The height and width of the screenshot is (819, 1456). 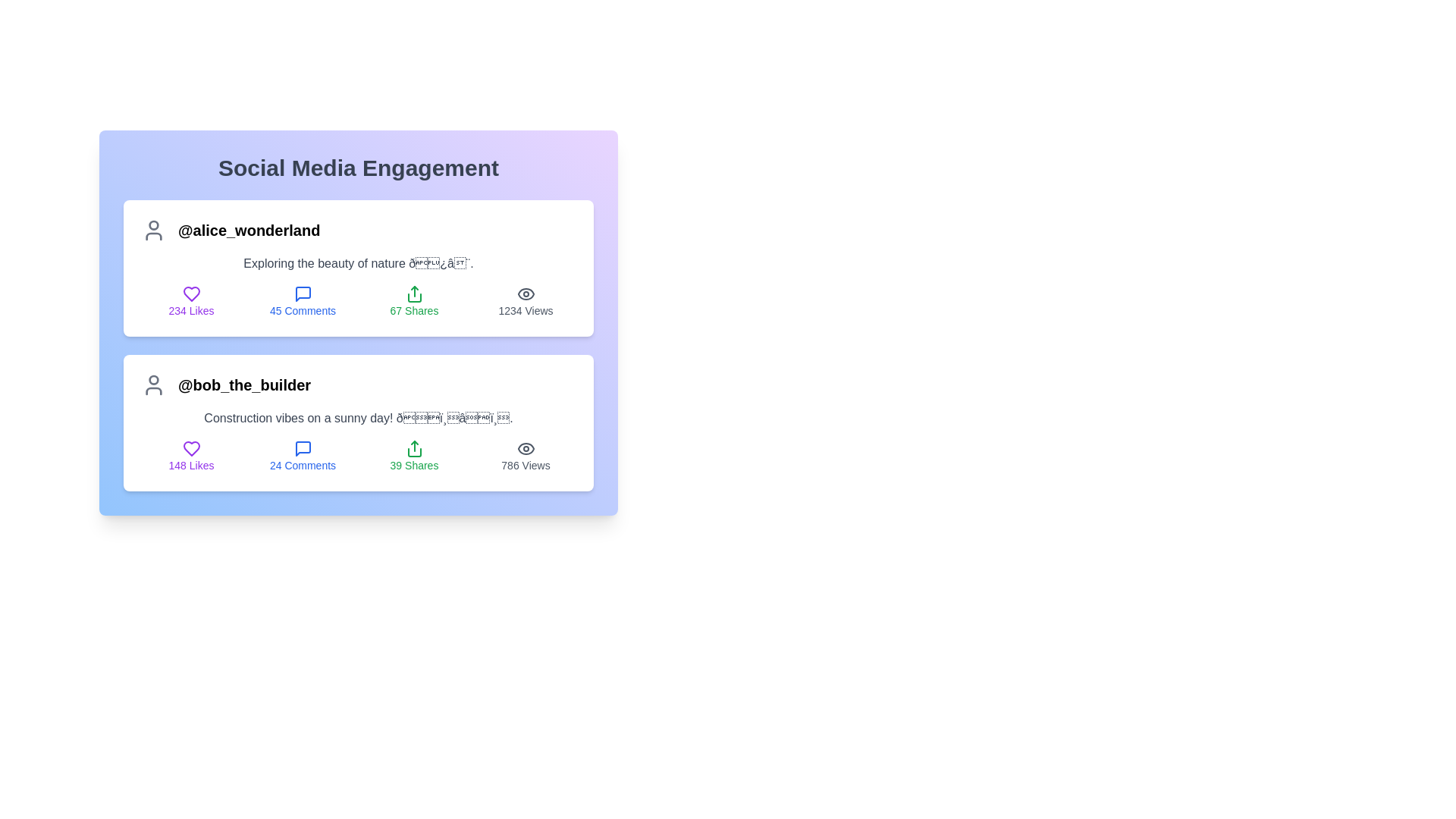 What do you see at coordinates (526, 455) in the screenshot?
I see `the Information display element that shows '786 Views' with an eye icon, located at the bottom-right of the engagement metrics grid` at bounding box center [526, 455].